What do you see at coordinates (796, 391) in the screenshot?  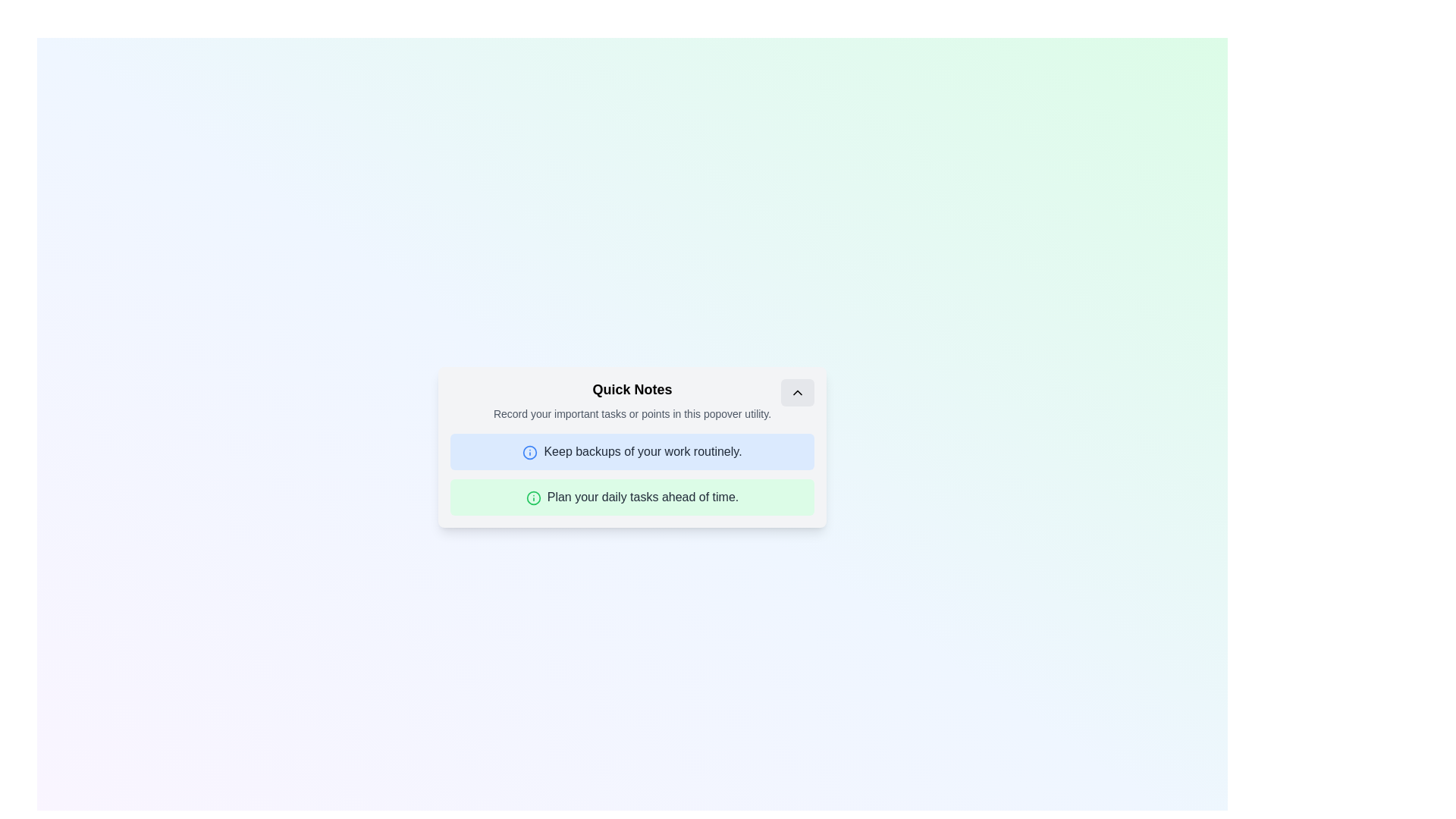 I see `the button in the top-right corner of the 'Quick Notes' popover` at bounding box center [796, 391].